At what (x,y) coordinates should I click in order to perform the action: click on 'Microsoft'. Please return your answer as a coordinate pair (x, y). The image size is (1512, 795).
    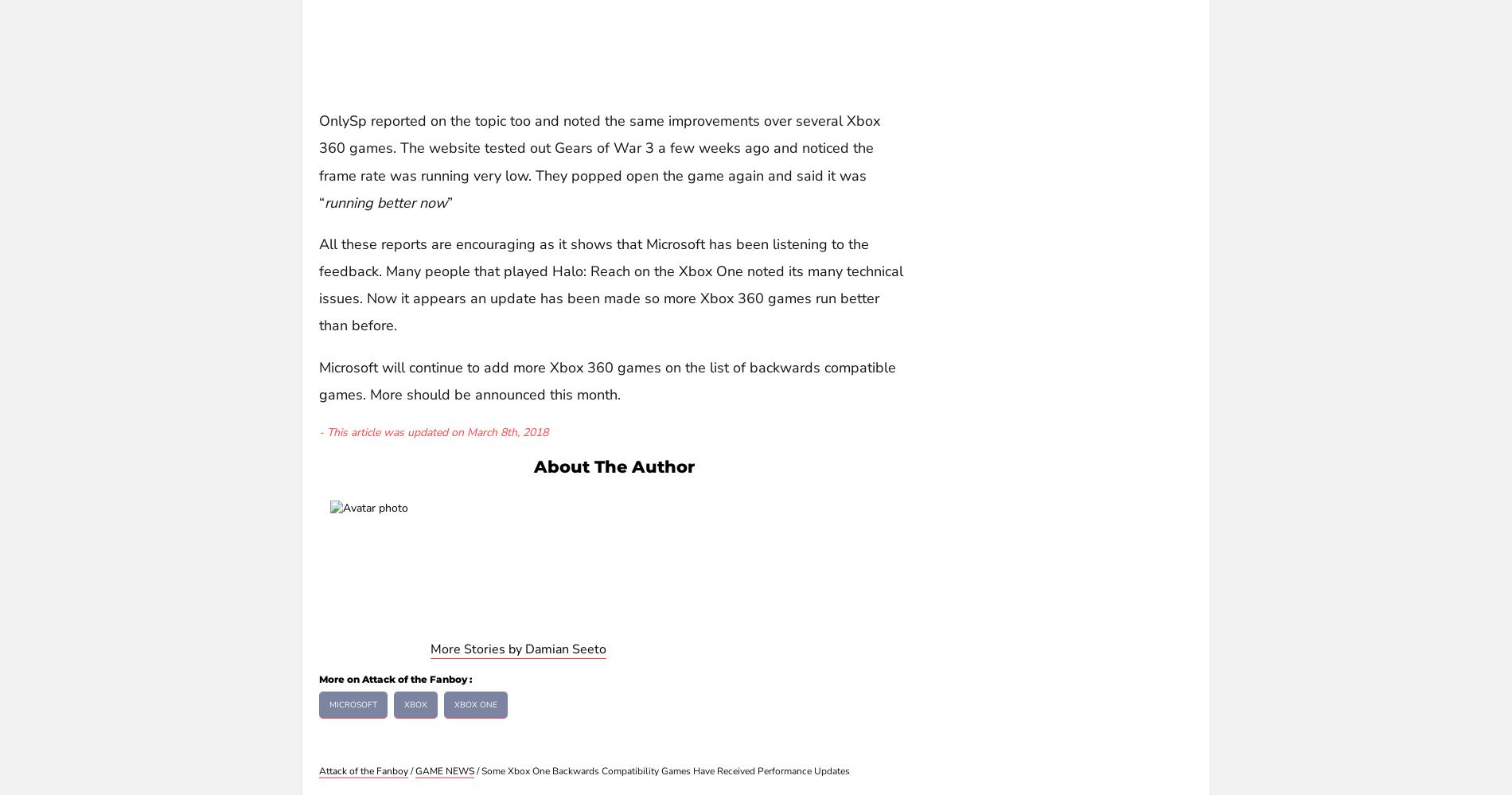
    Looking at the image, I should click on (353, 703).